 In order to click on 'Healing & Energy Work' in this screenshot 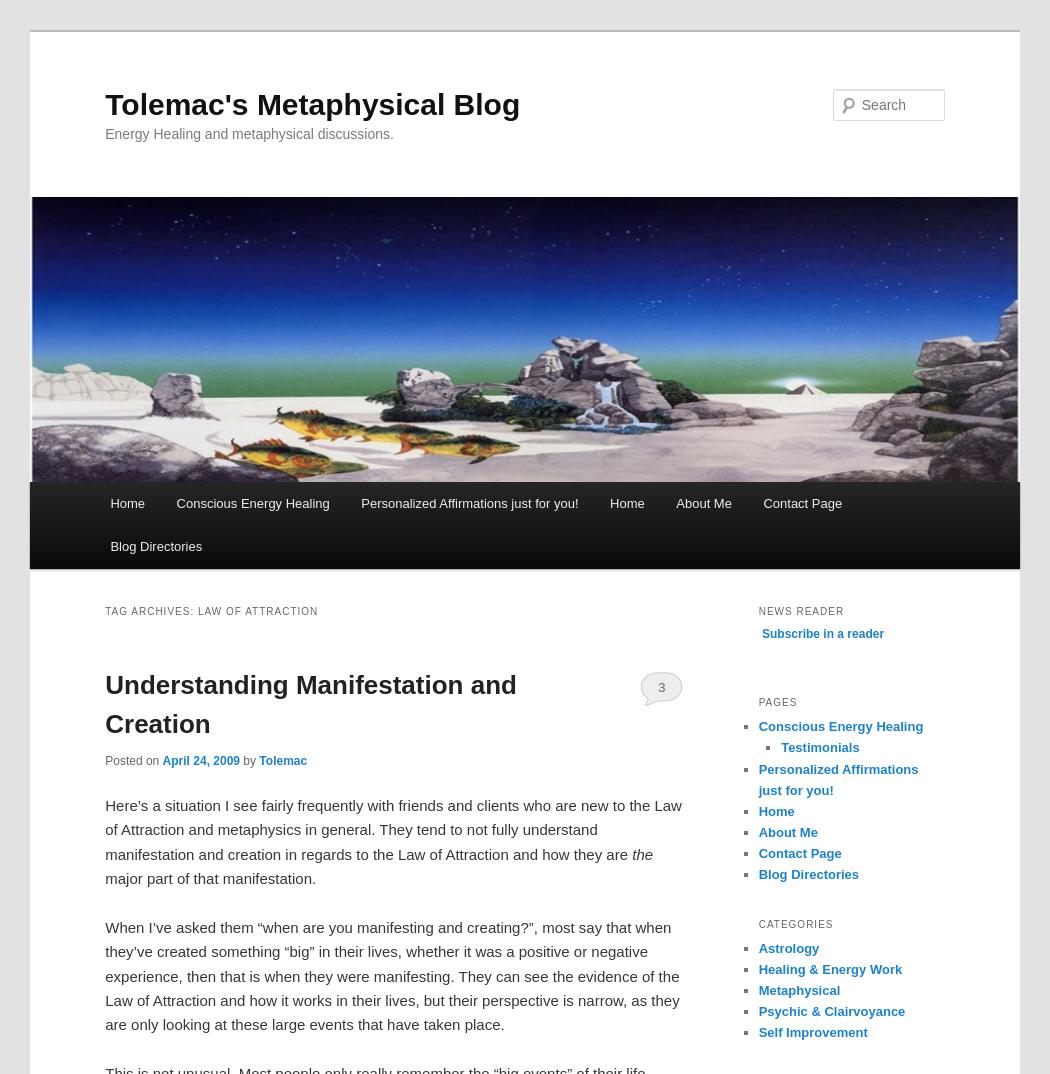, I will do `click(757, 967)`.